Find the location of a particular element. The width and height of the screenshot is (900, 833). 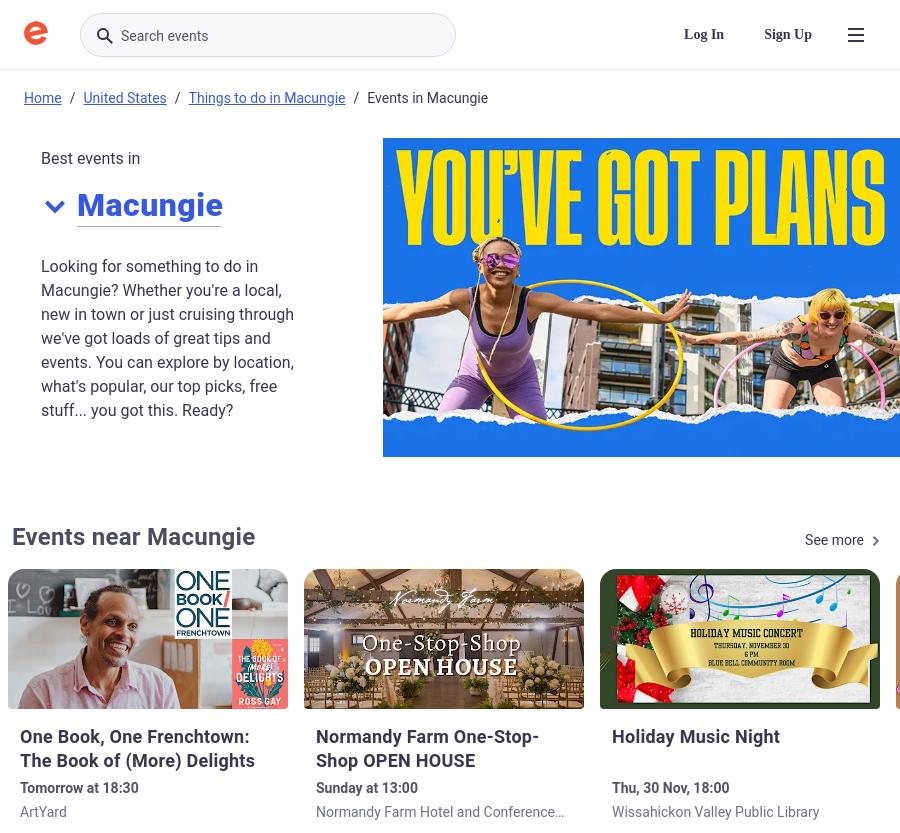

'Events in Macungie' is located at coordinates (427, 96).